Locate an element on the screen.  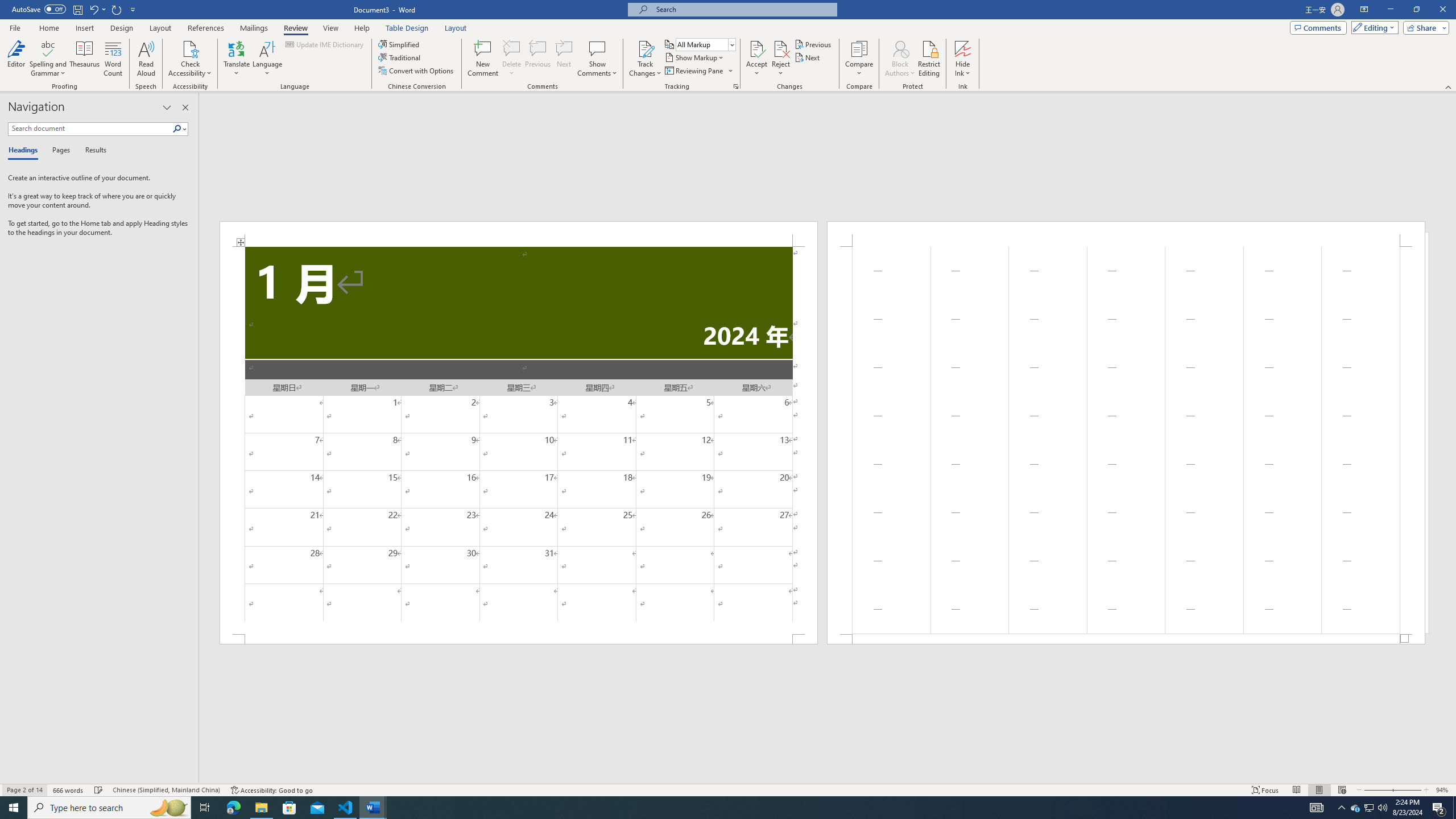
'Check Accessibility' is located at coordinates (190, 48).